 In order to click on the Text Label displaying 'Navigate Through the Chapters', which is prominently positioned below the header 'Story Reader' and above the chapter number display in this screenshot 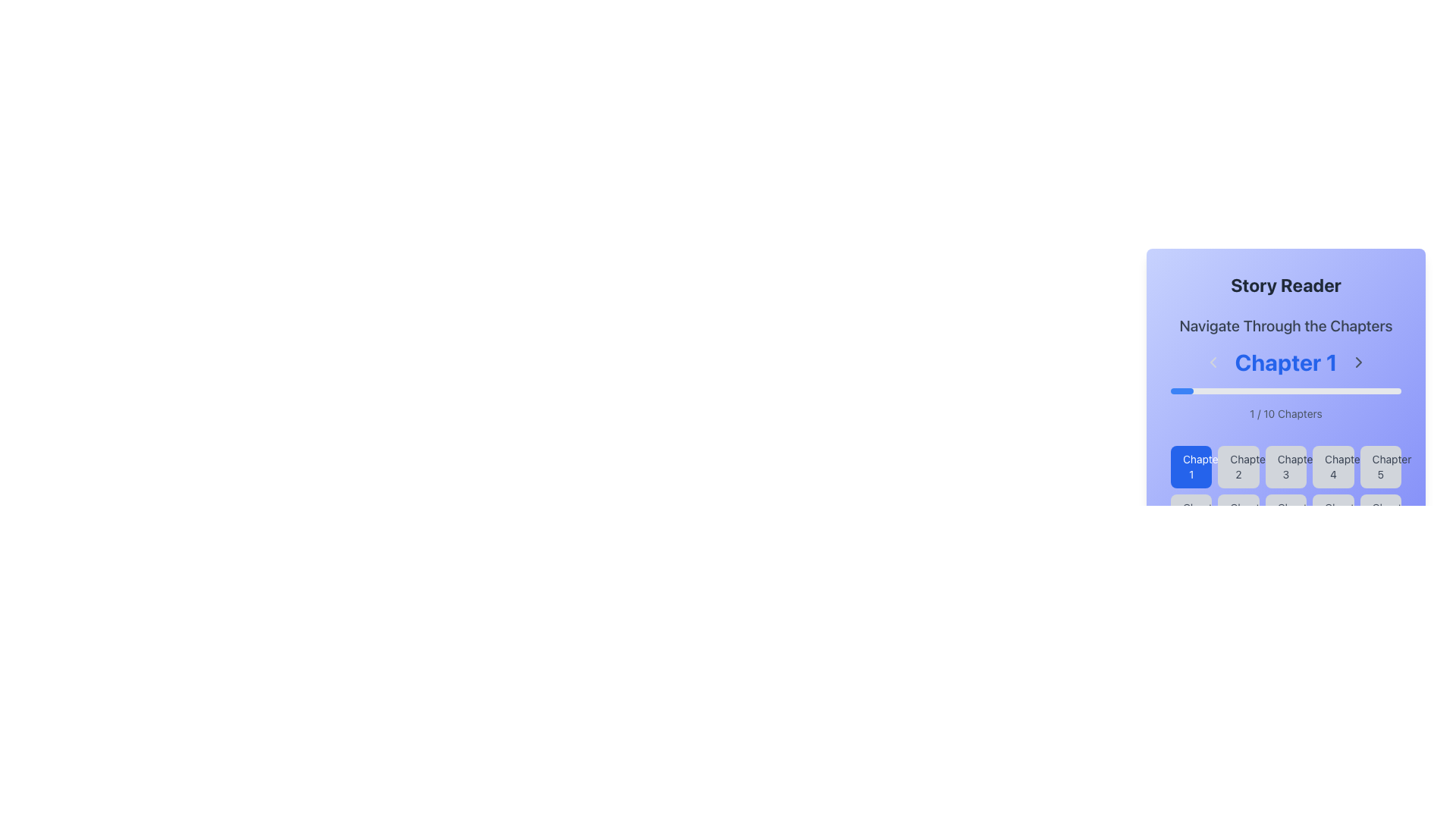, I will do `click(1285, 325)`.